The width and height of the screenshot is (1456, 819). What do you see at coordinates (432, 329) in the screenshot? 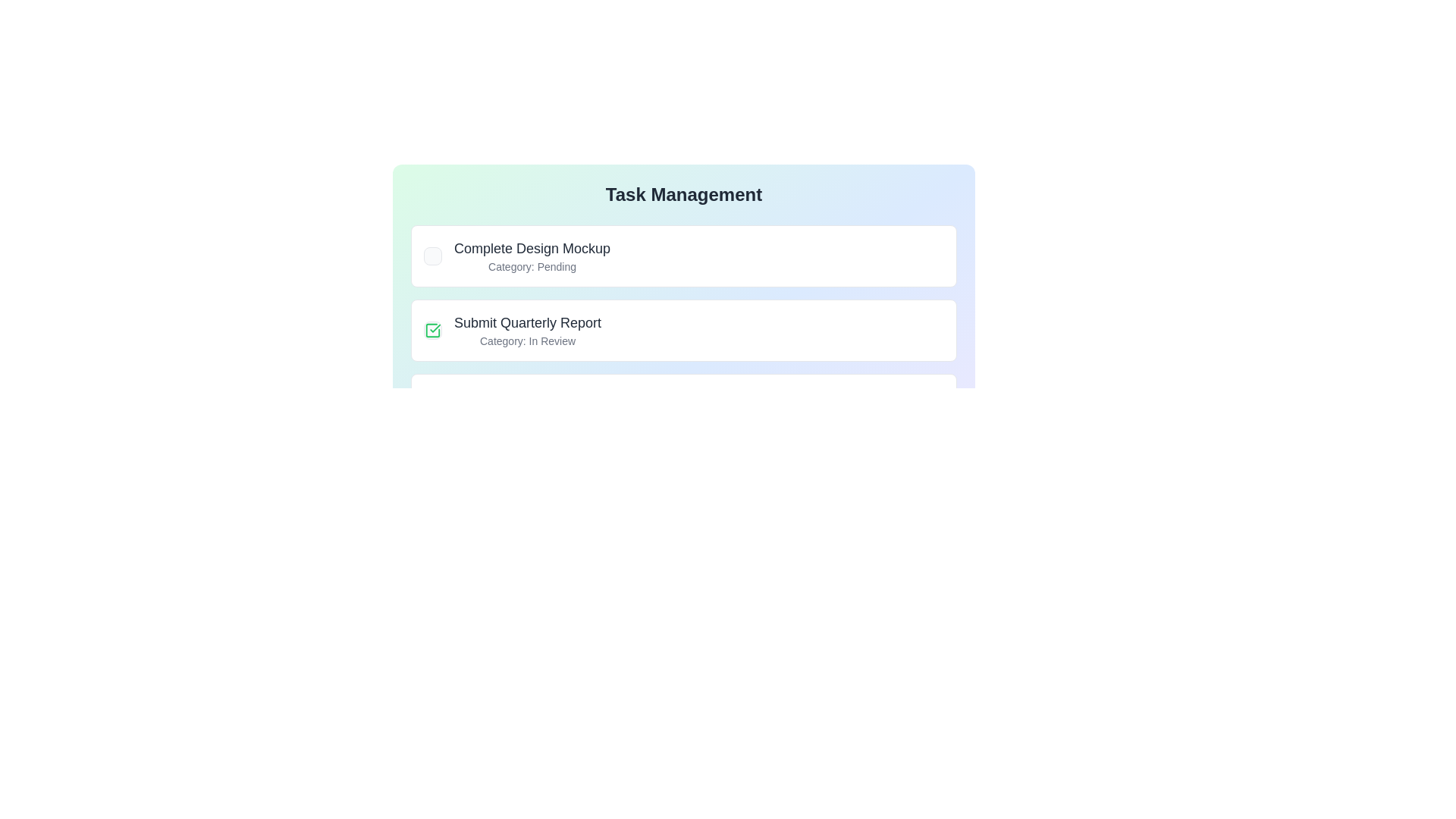
I see `the icon that displays the completion or selection status of the associated task, located to the left of the text 'Submit Quarterly Report' in the second item of the task list` at bounding box center [432, 329].